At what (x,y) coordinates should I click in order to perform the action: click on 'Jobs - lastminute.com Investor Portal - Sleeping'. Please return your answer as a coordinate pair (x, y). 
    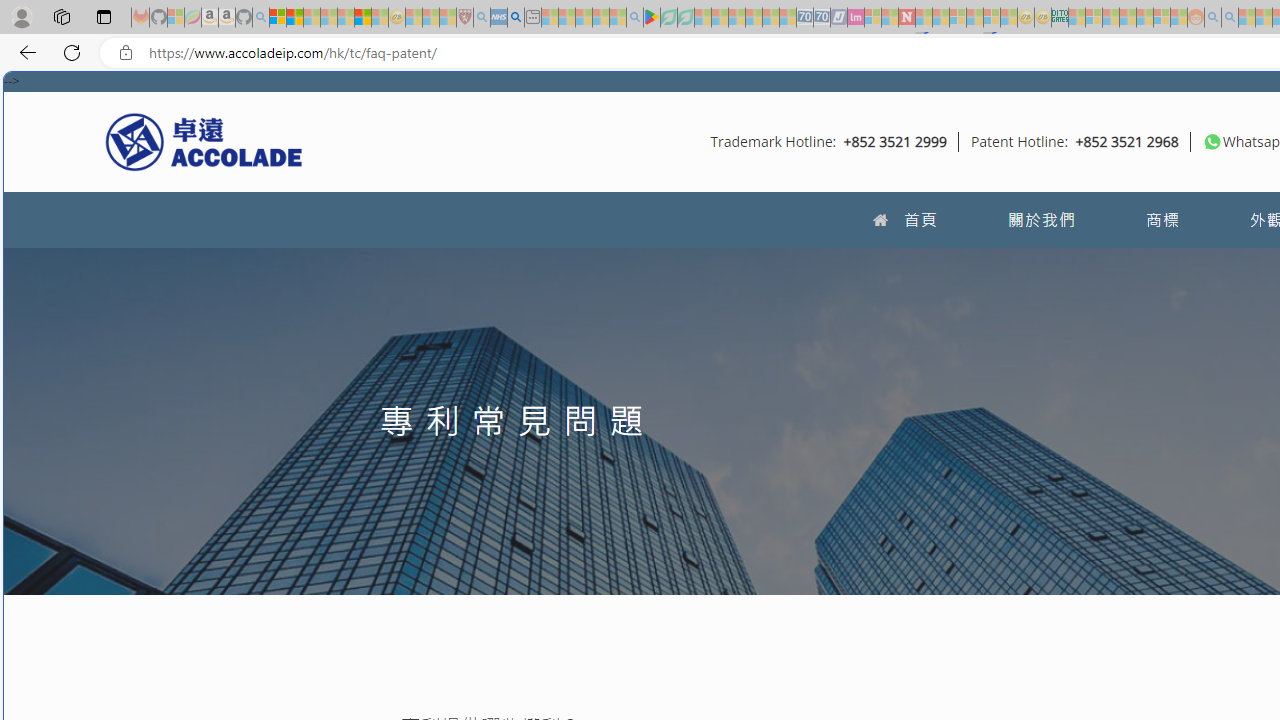
    Looking at the image, I should click on (855, 17).